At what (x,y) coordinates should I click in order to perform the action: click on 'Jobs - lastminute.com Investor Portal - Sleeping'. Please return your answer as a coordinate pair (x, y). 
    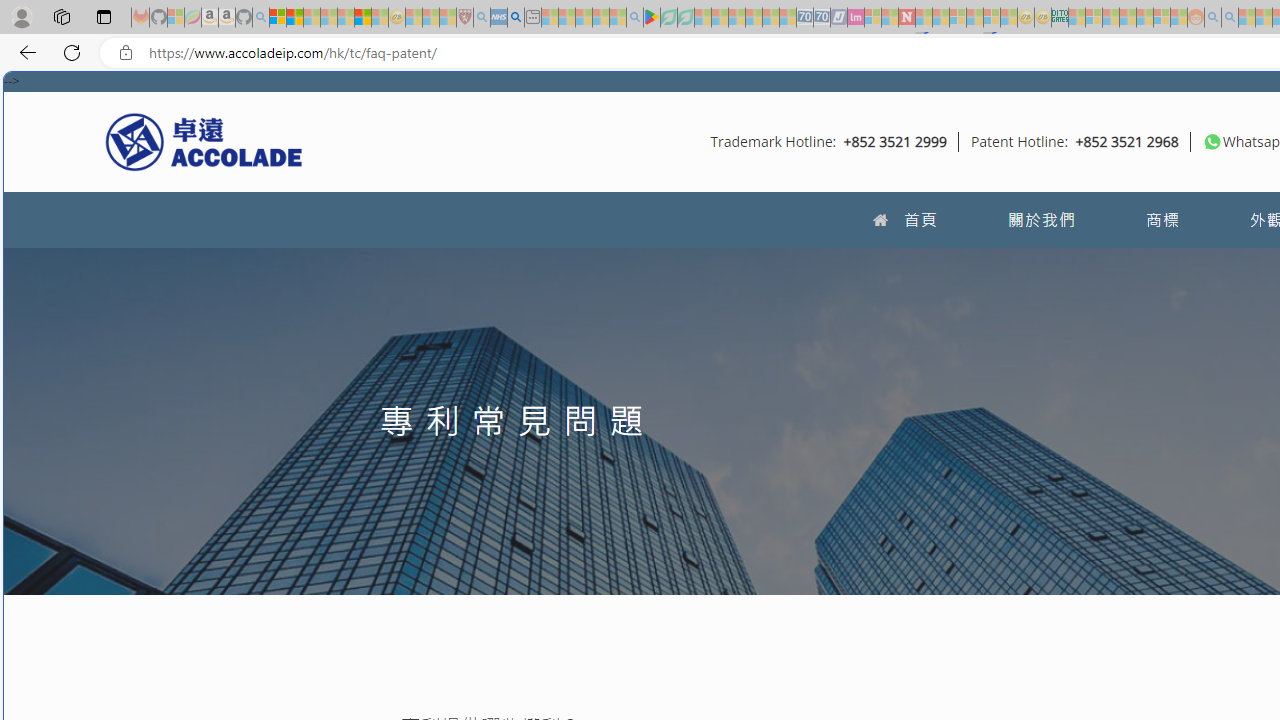
    Looking at the image, I should click on (855, 17).